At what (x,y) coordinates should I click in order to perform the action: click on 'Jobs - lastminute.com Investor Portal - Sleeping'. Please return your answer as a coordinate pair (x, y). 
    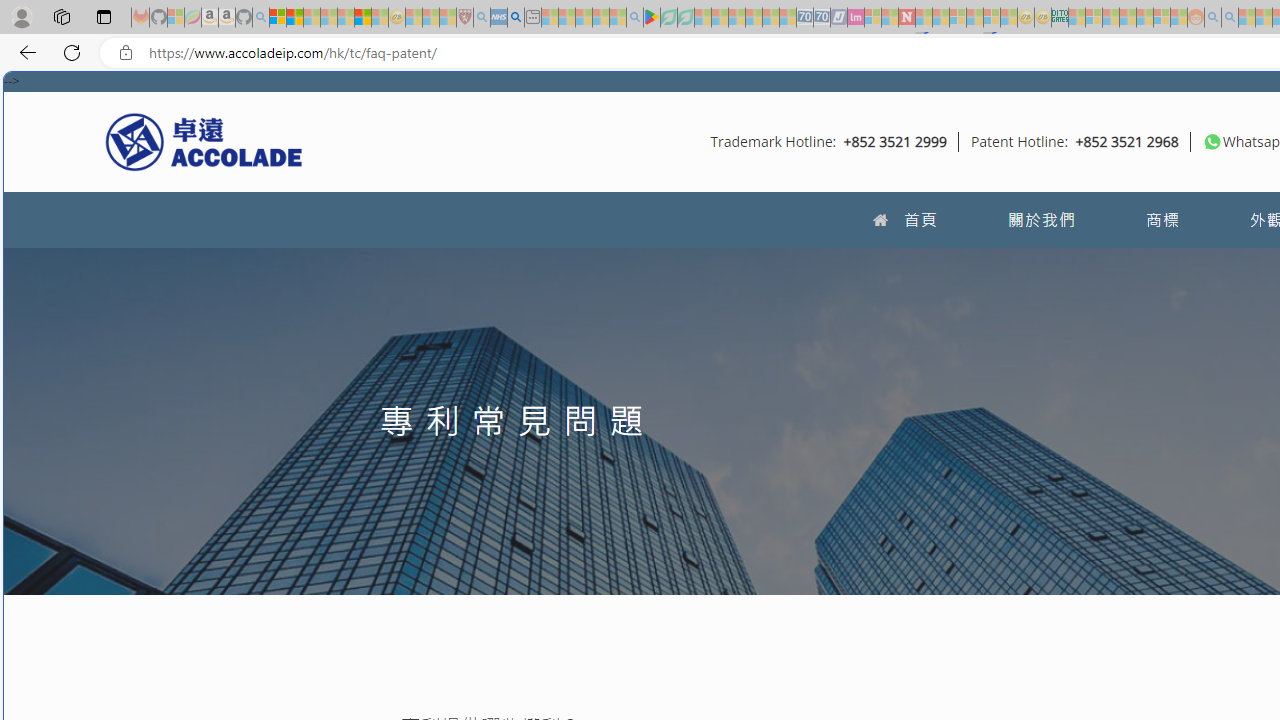
    Looking at the image, I should click on (855, 17).